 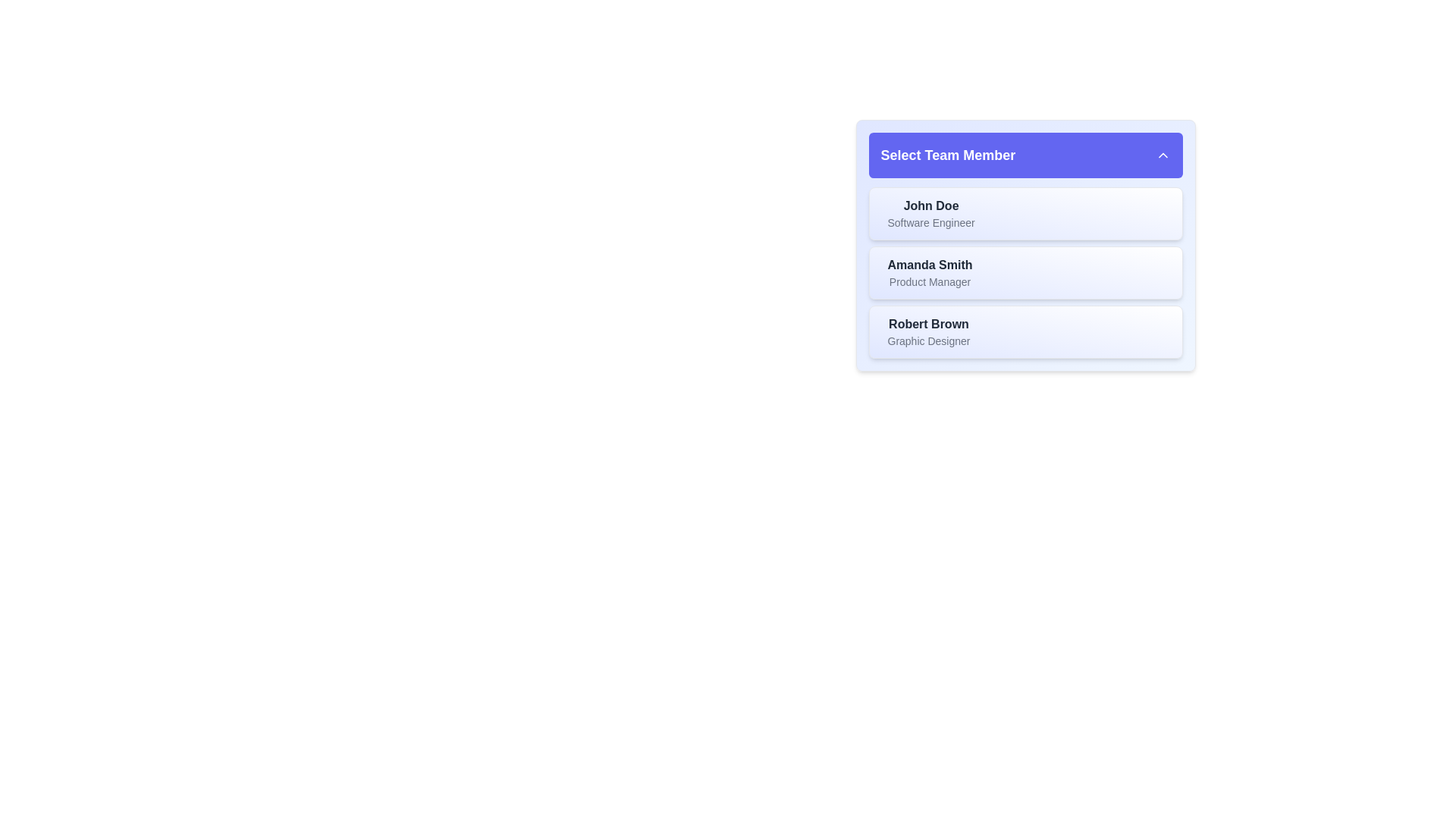 I want to click on the list item displaying 'Amanda Smith', so click(x=1025, y=271).